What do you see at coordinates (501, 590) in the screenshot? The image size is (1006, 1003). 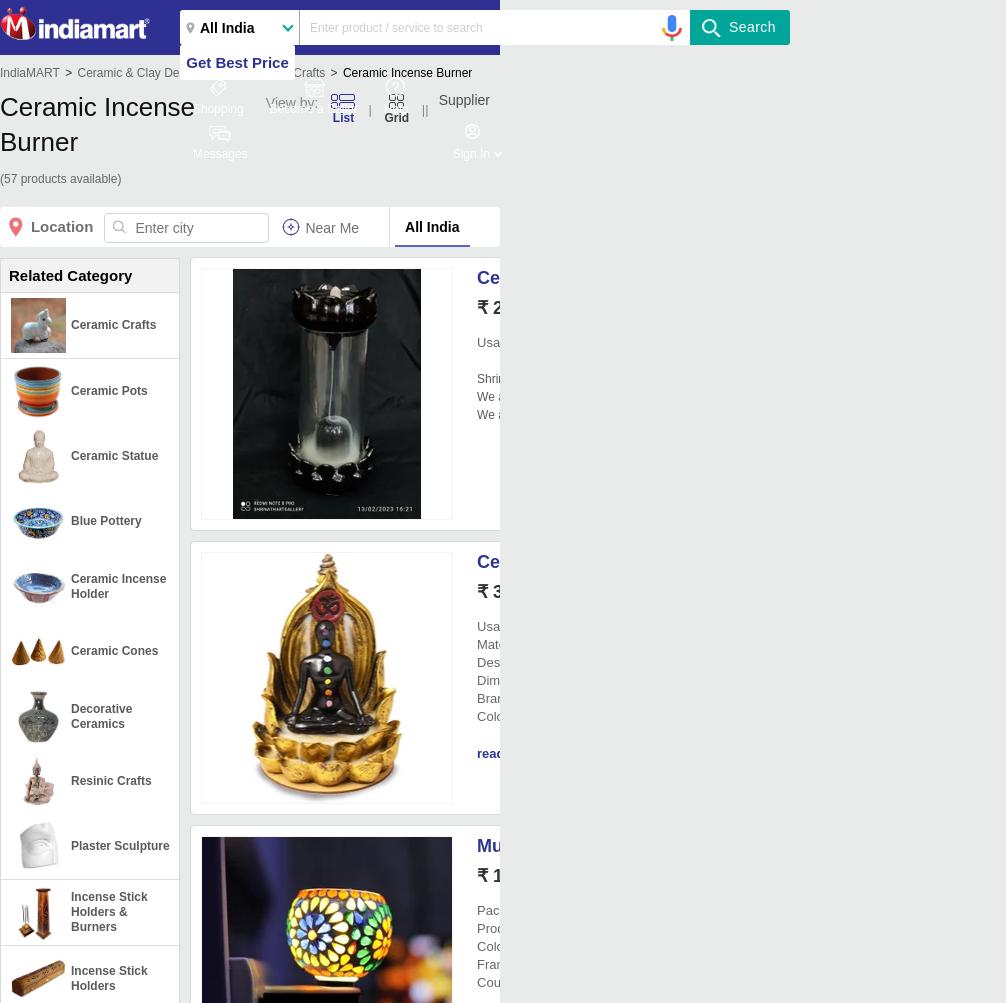 I see `'₹ 350/'` at bounding box center [501, 590].